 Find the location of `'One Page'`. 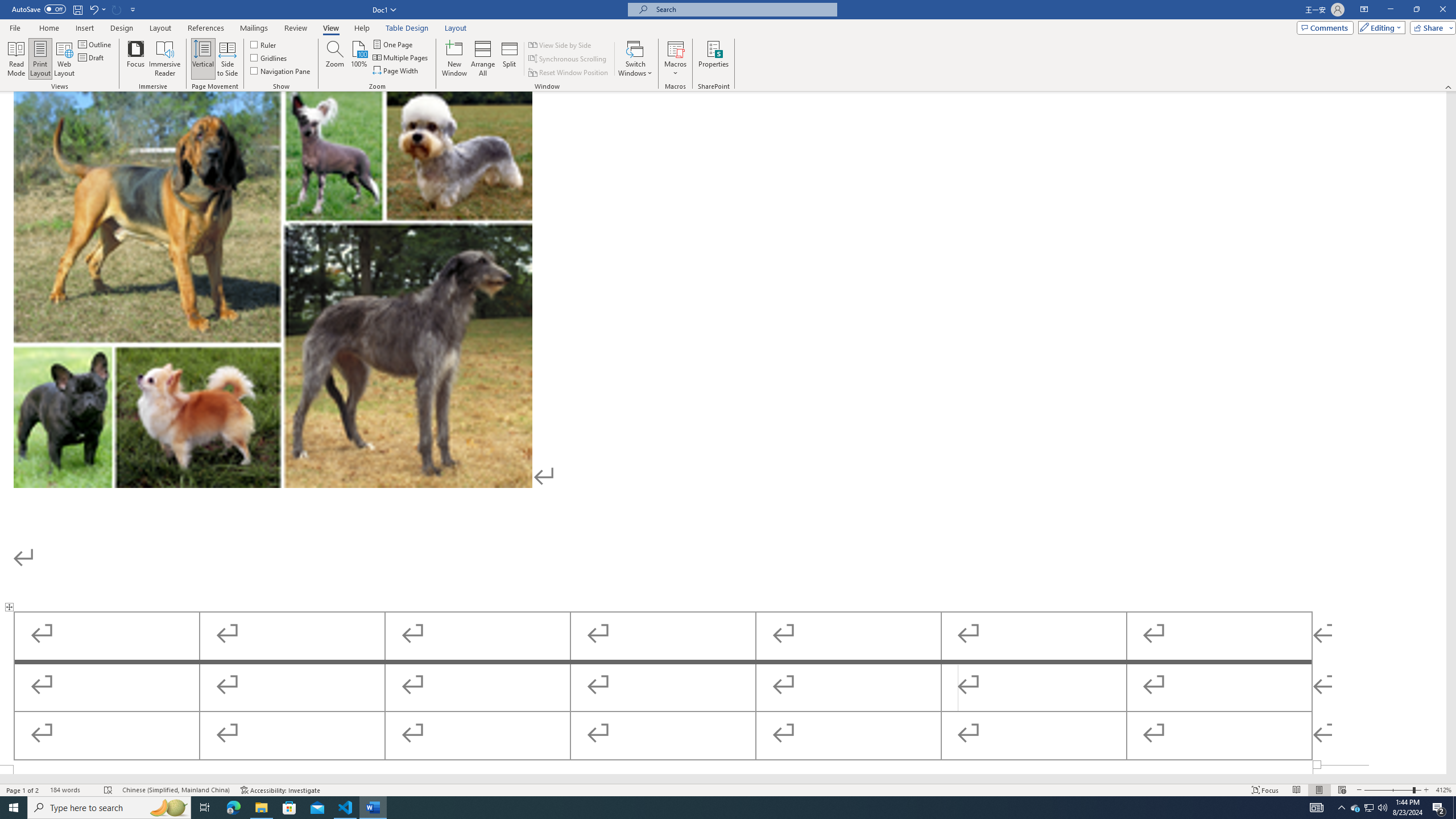

'One Page' is located at coordinates (394, 44).